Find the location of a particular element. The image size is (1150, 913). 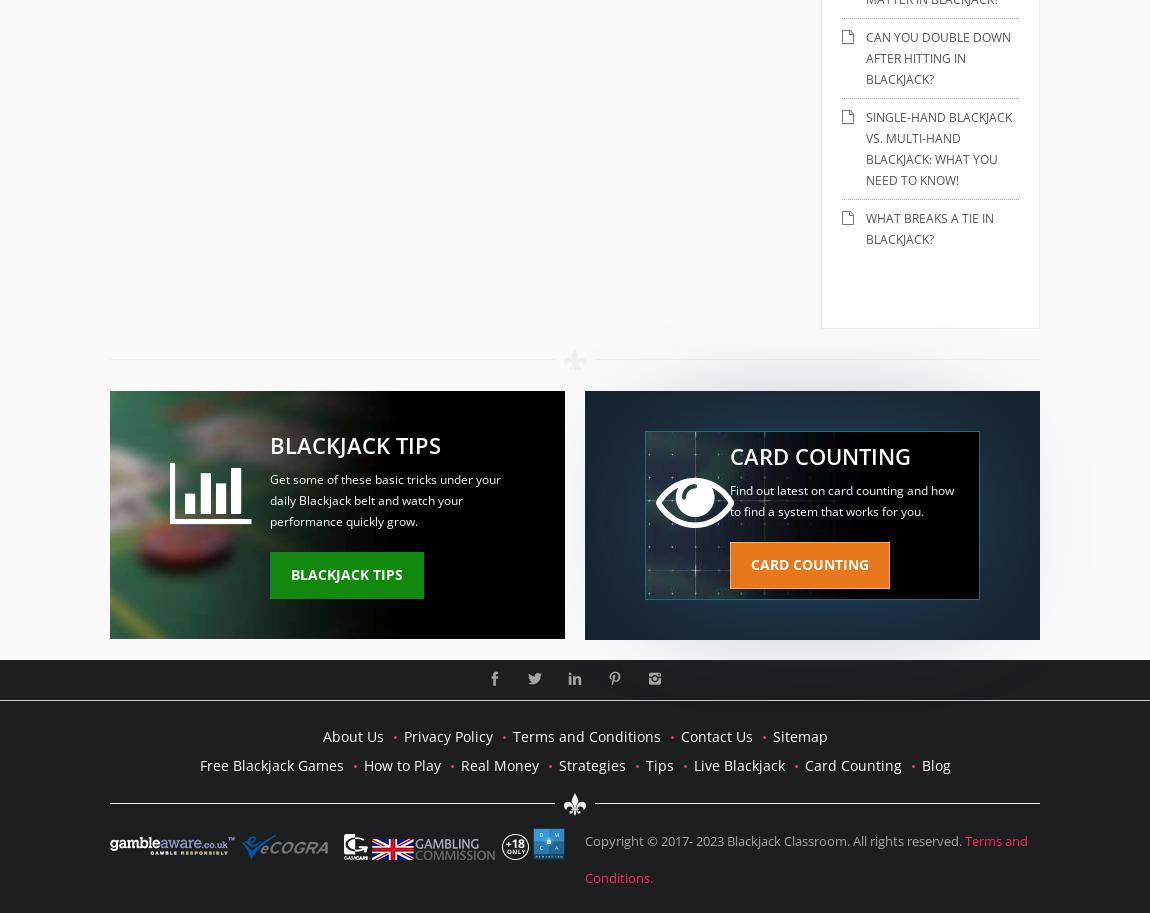

'Sitemap' is located at coordinates (798, 734).